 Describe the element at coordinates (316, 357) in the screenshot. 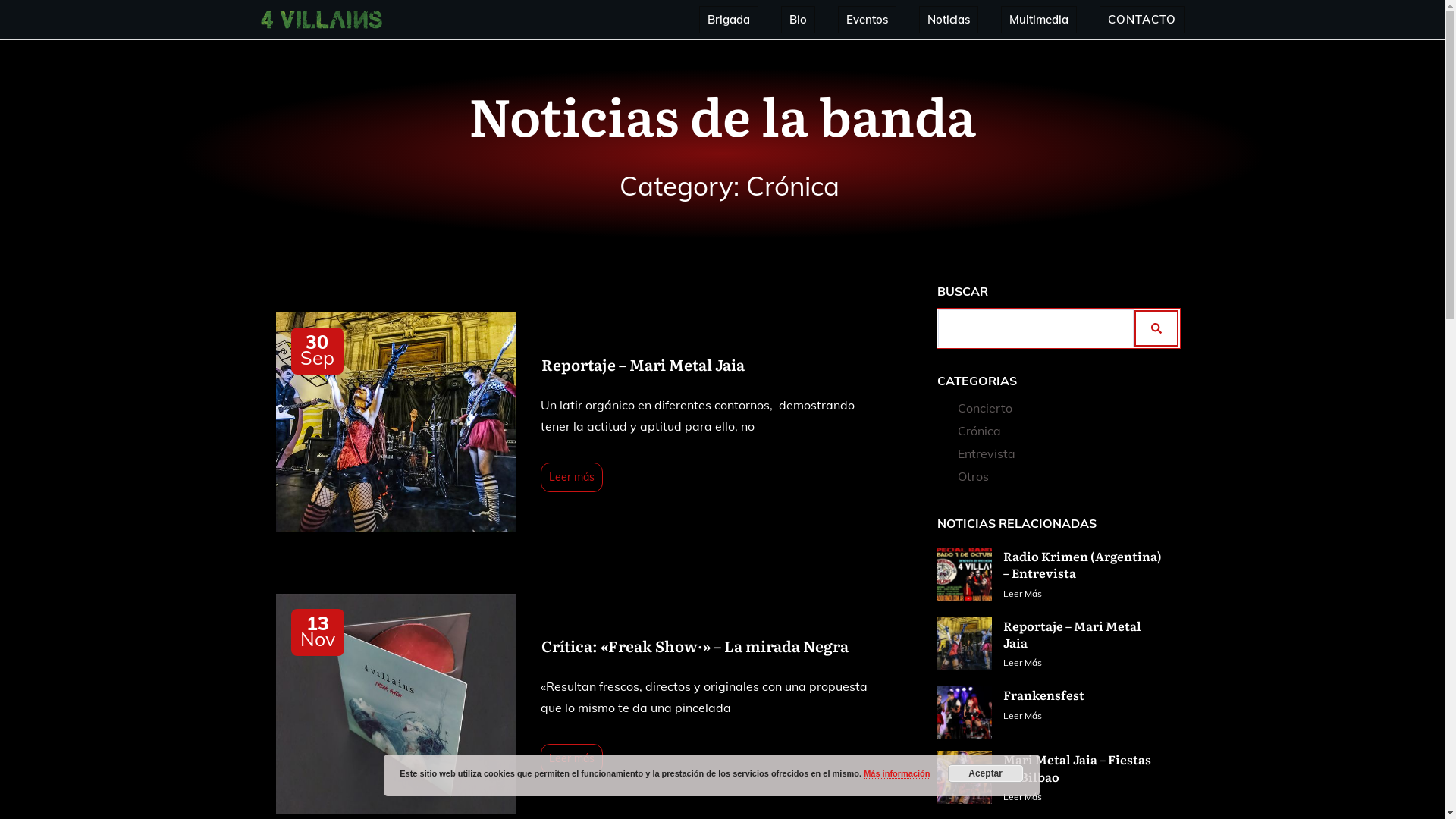

I see `'Sep'` at that location.